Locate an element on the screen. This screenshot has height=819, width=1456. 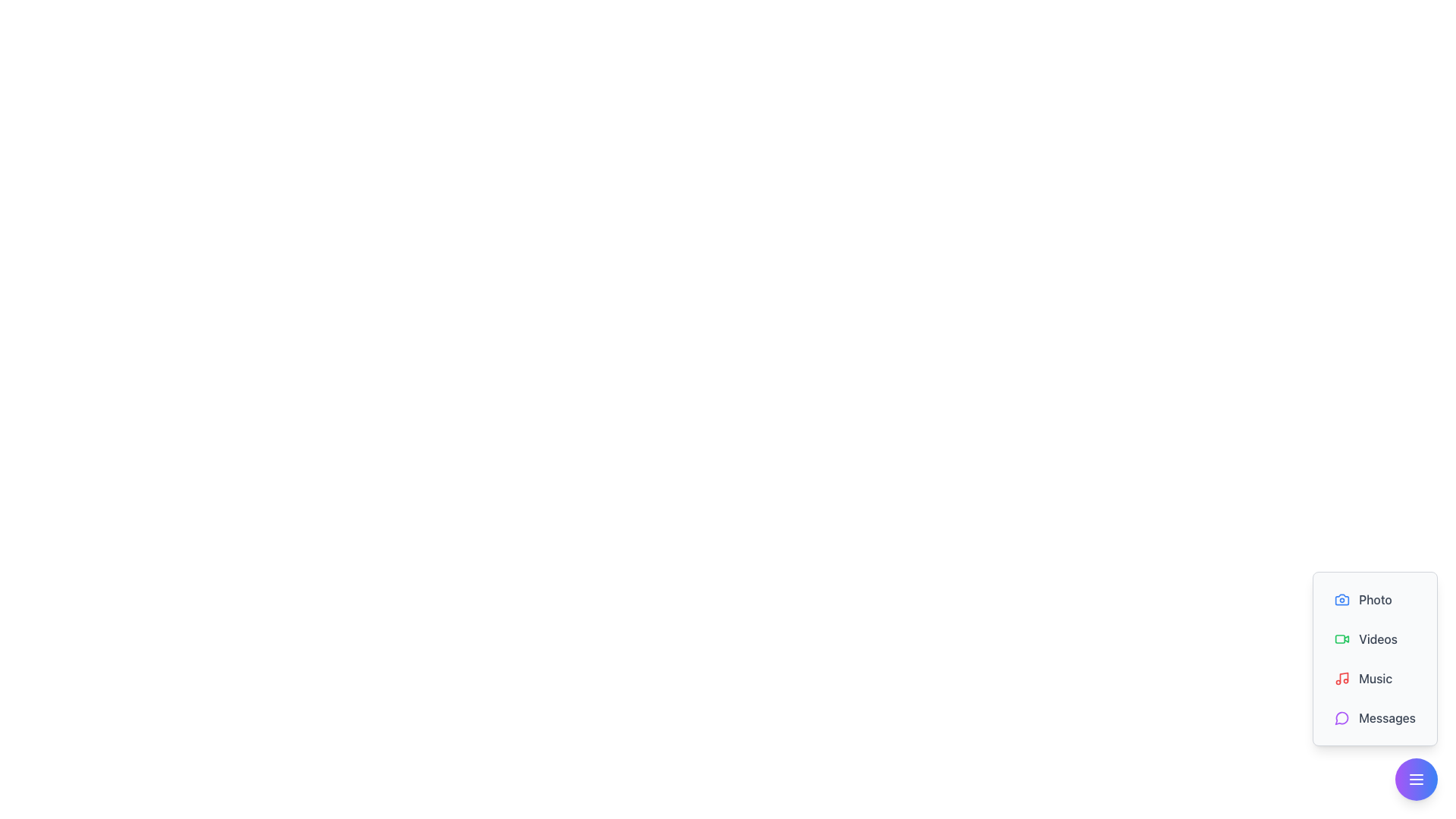
the camera icon with a blue outline located under the 'Photo' label in the menu is located at coordinates (1342, 598).